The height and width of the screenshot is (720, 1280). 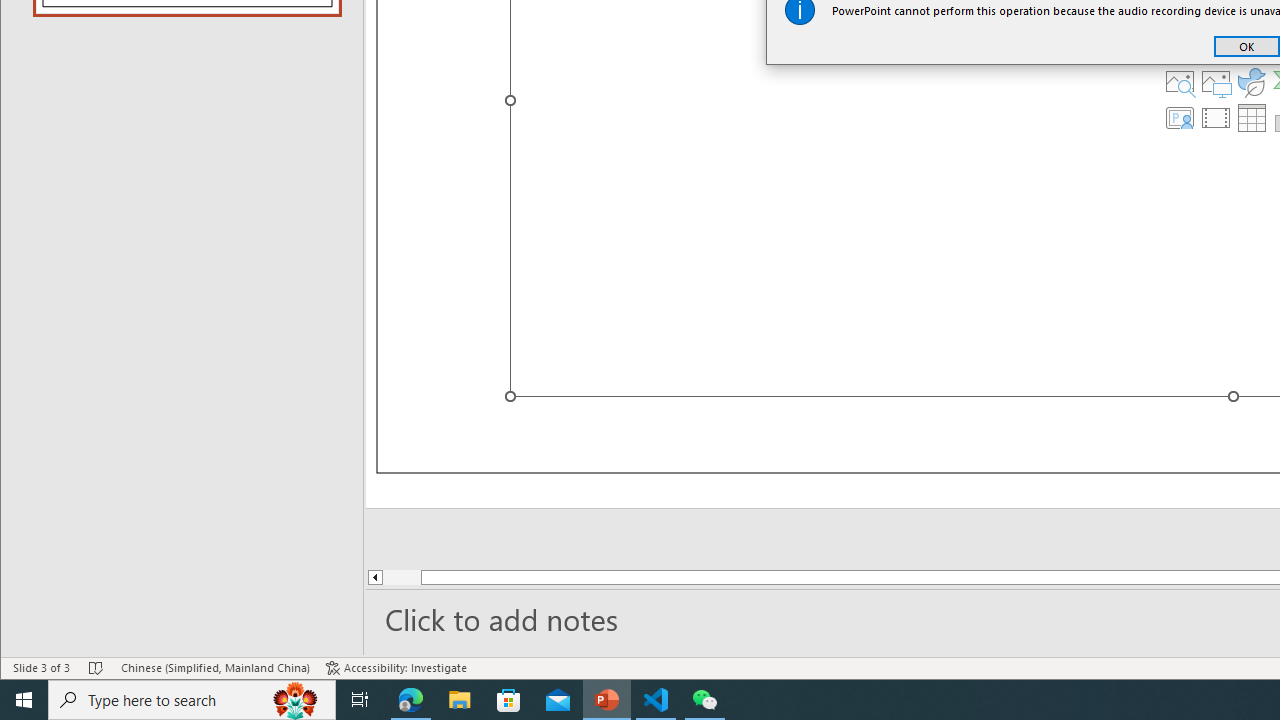 I want to click on 'WeChat - 1 running window', so click(x=705, y=698).